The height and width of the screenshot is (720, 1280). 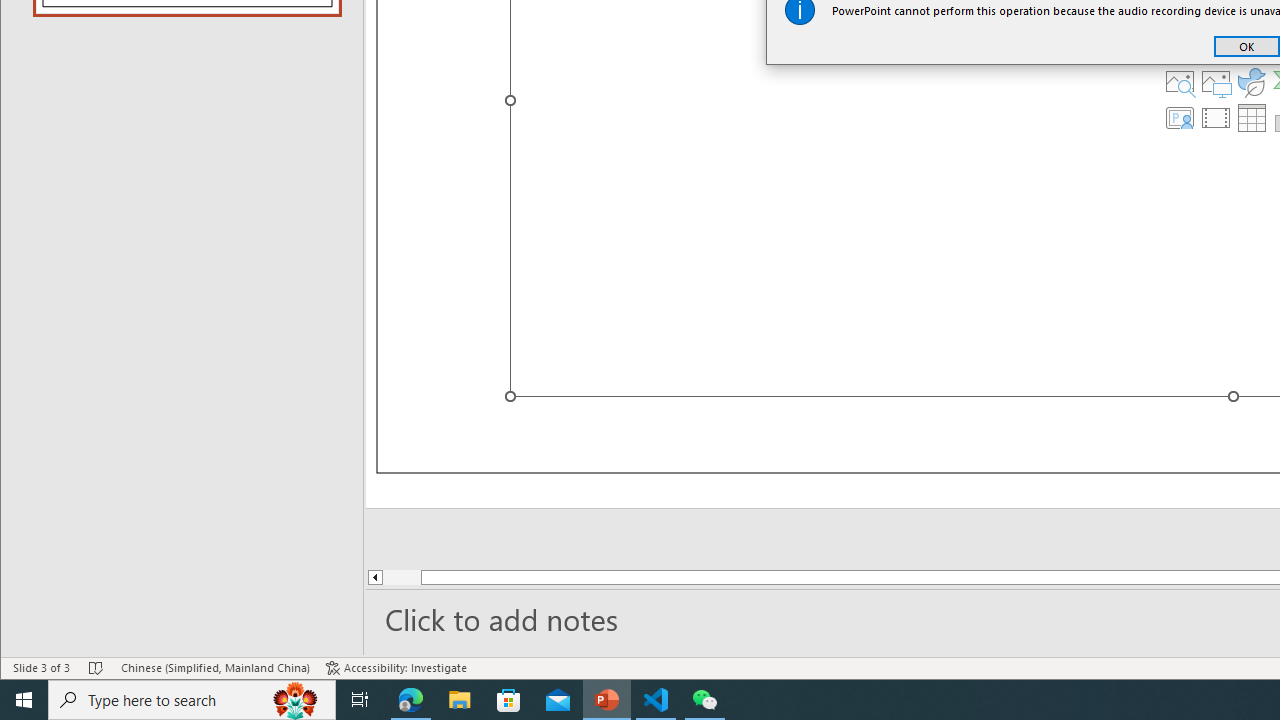 I want to click on 'WeChat - 1 running window', so click(x=705, y=698).